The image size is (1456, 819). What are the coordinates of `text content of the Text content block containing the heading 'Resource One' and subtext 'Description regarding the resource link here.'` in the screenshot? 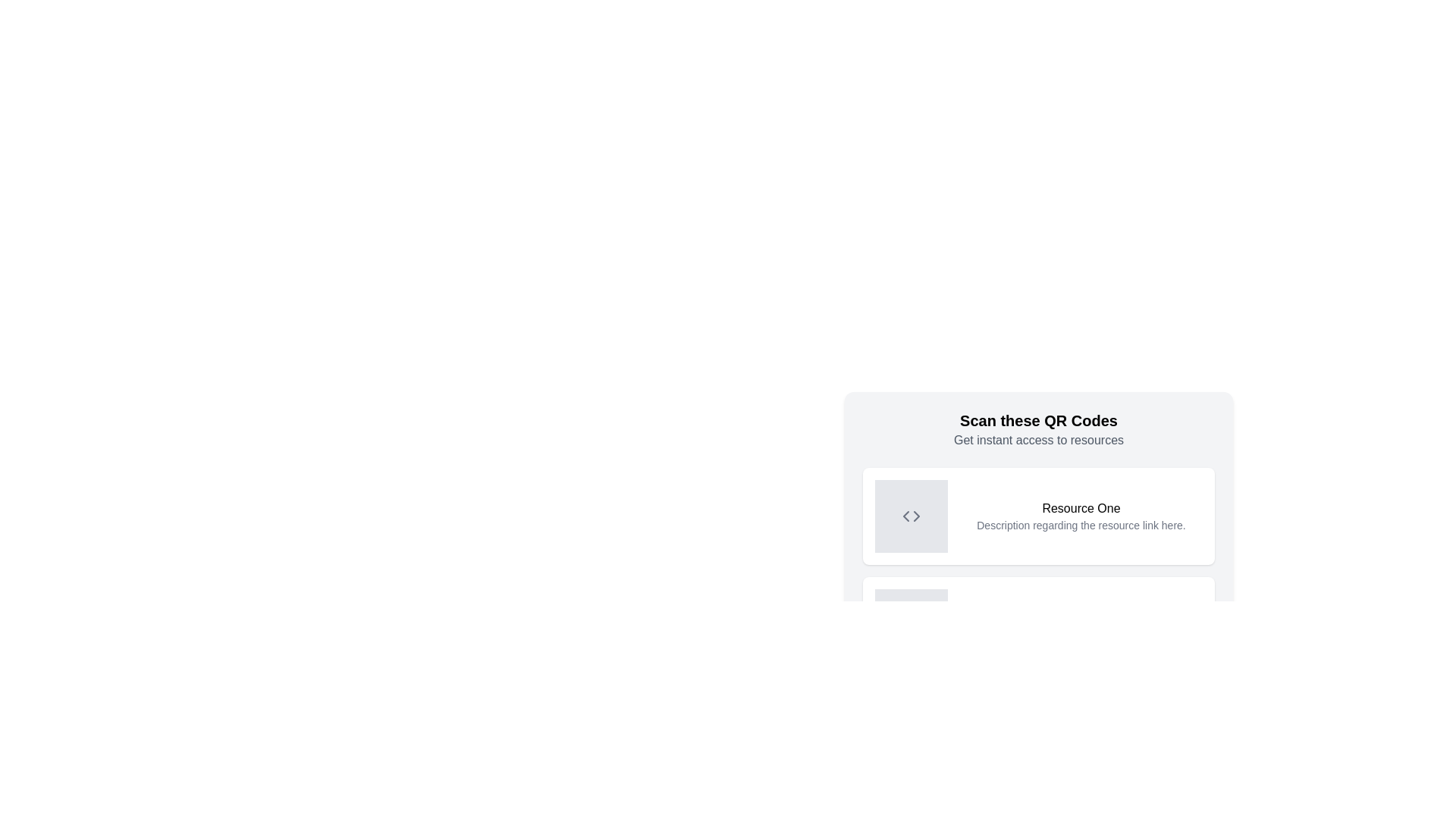 It's located at (1080, 516).